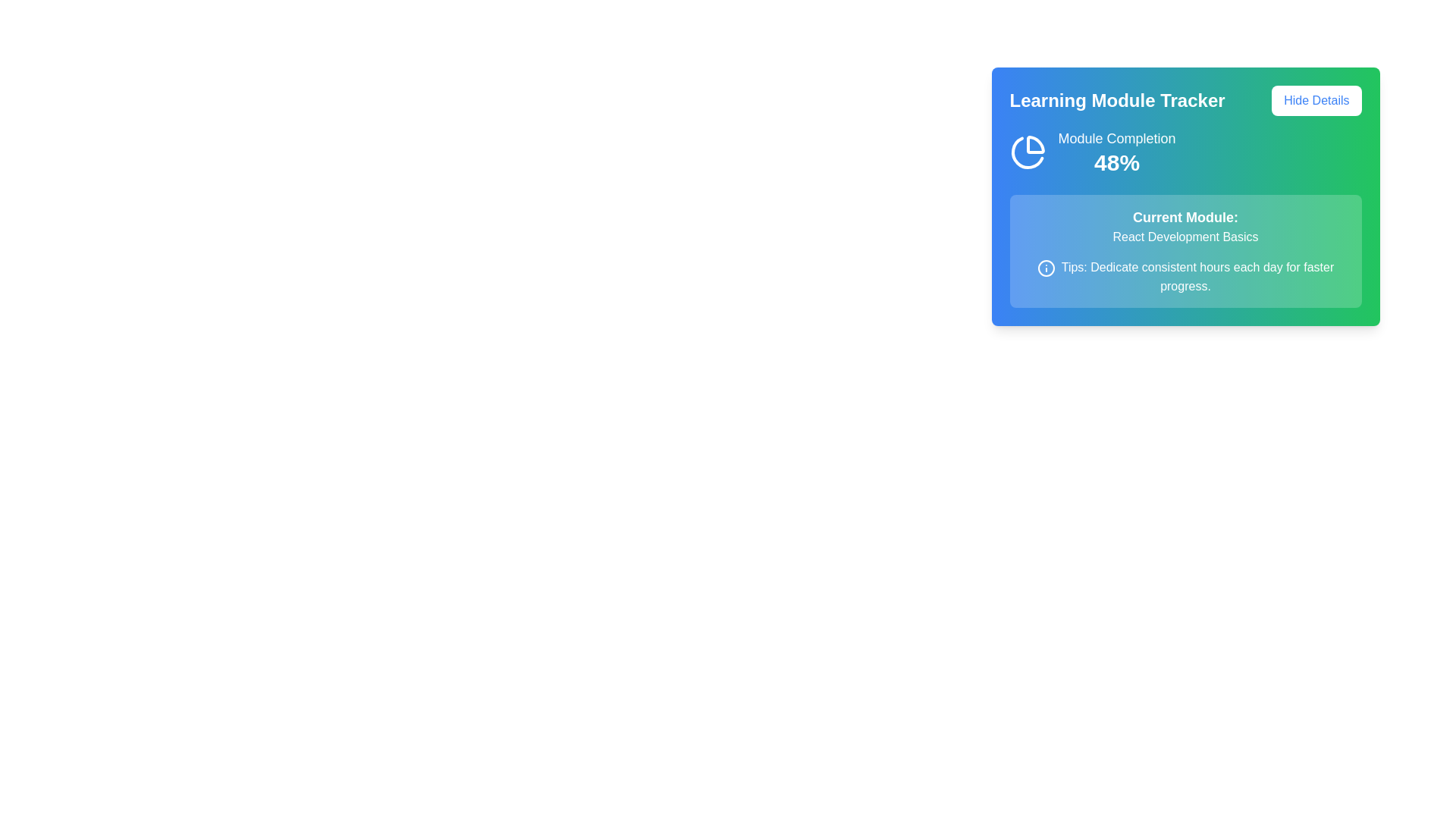 The width and height of the screenshot is (1456, 819). I want to click on the text label displaying 'React Development Basics' located below the 'Current Module:' text in the 'Learning Module Tracker' card, so click(1185, 237).